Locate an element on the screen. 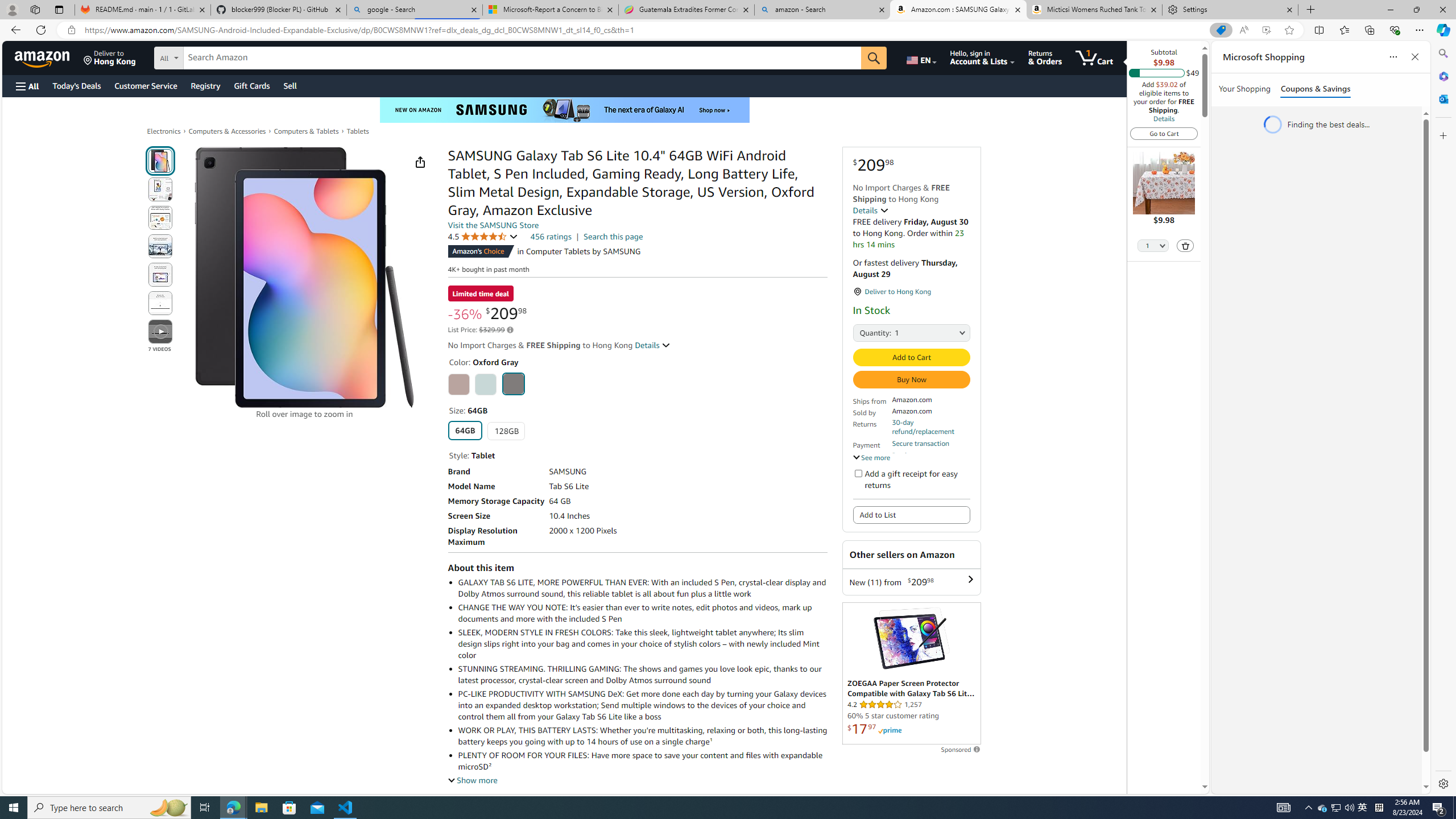 The image size is (1456, 819). 'Tablets' is located at coordinates (357, 130).